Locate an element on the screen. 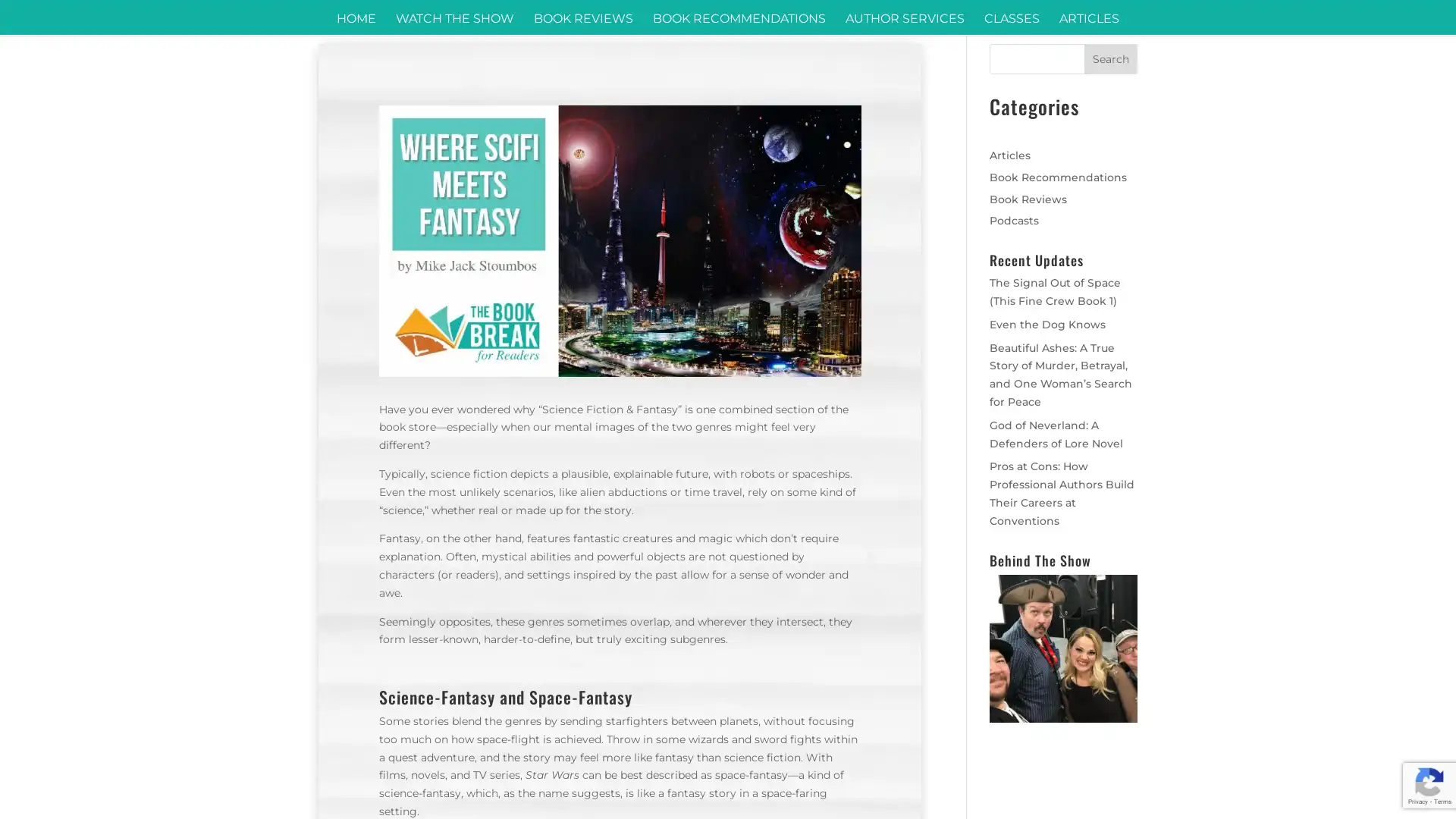 This screenshot has width=1456, height=819. Search is located at coordinates (1110, 58).